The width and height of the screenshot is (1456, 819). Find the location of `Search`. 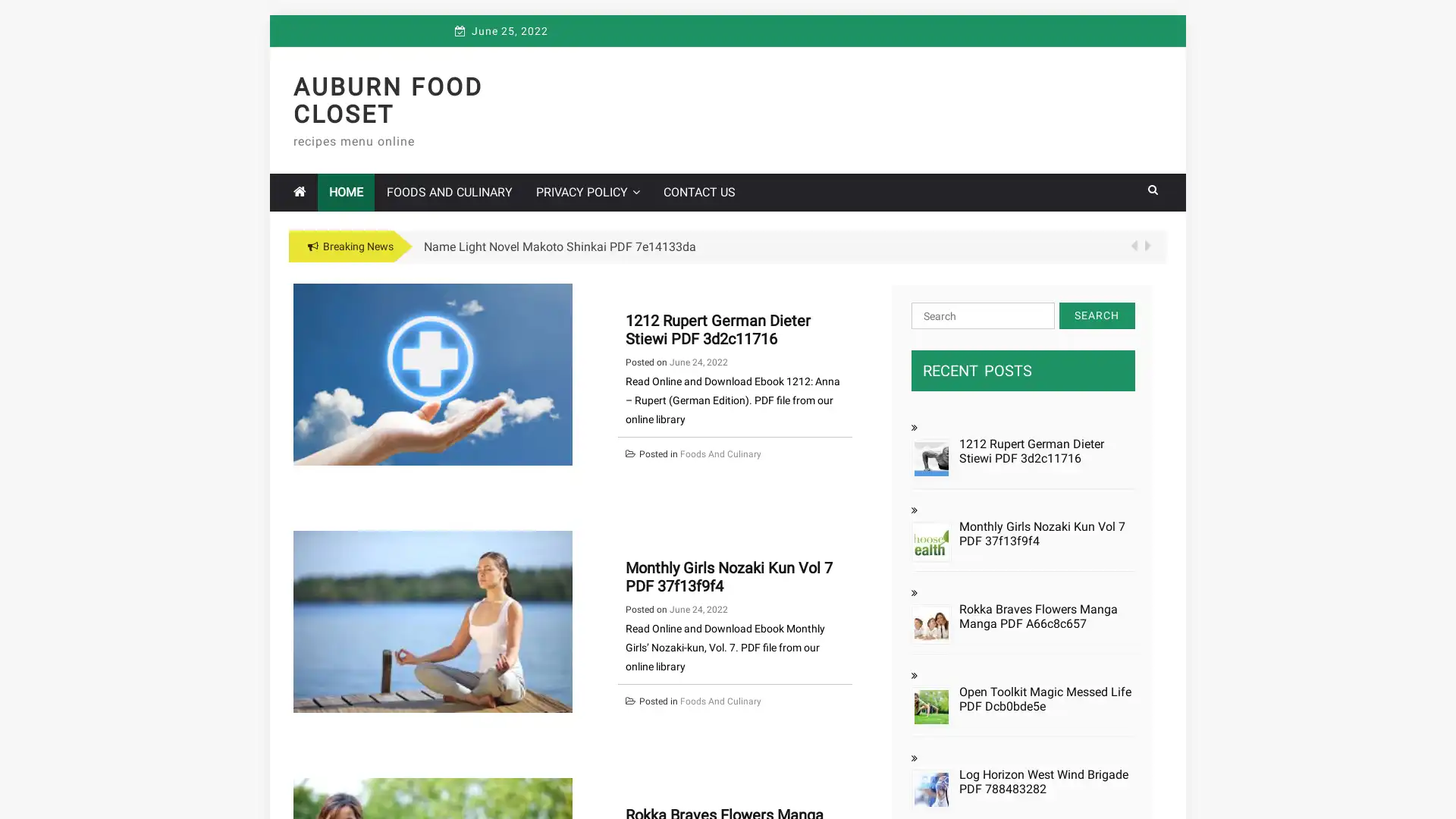

Search is located at coordinates (1096, 315).